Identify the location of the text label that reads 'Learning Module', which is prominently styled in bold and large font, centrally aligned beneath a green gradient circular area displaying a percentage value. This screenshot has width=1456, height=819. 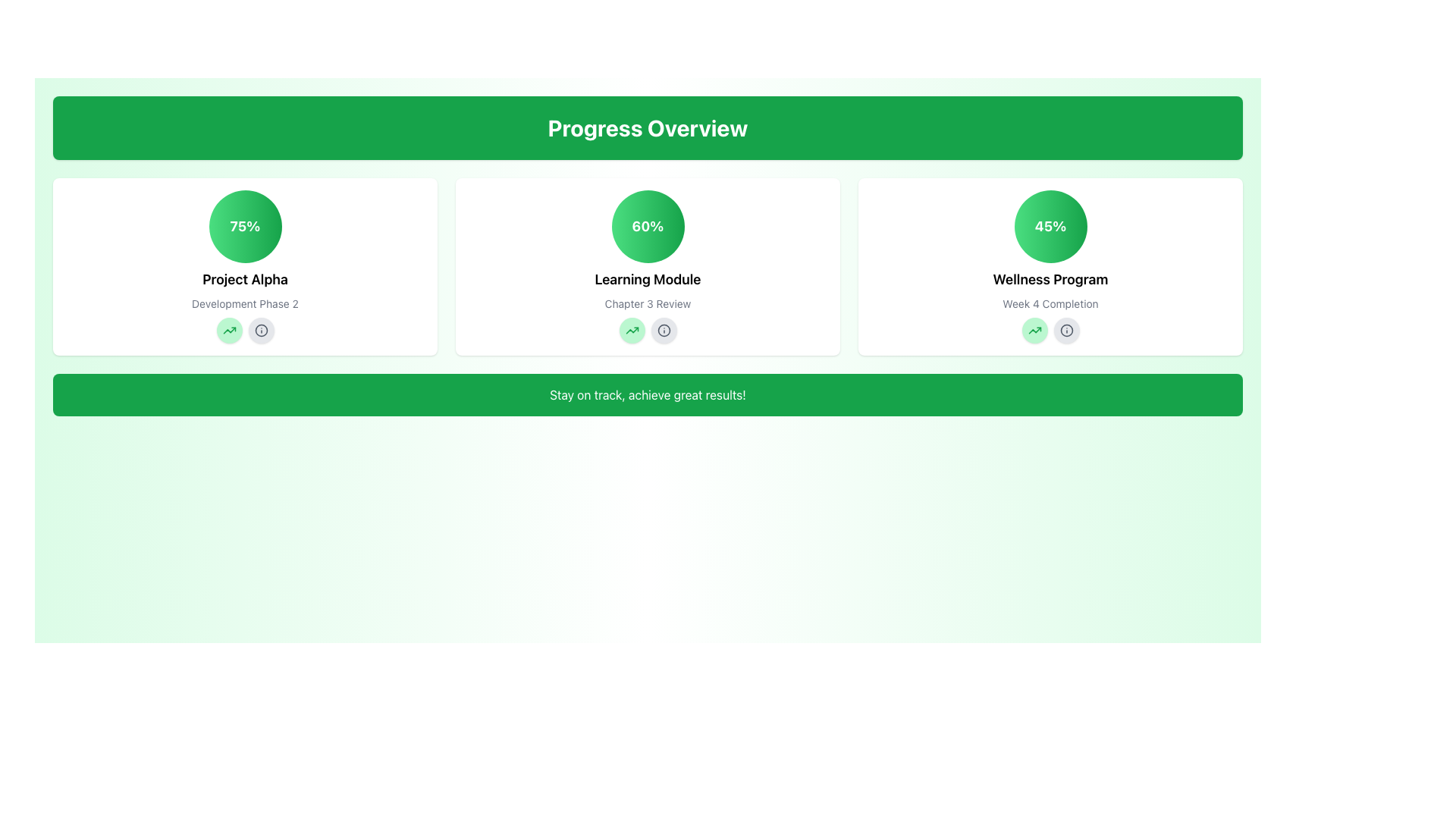
(648, 280).